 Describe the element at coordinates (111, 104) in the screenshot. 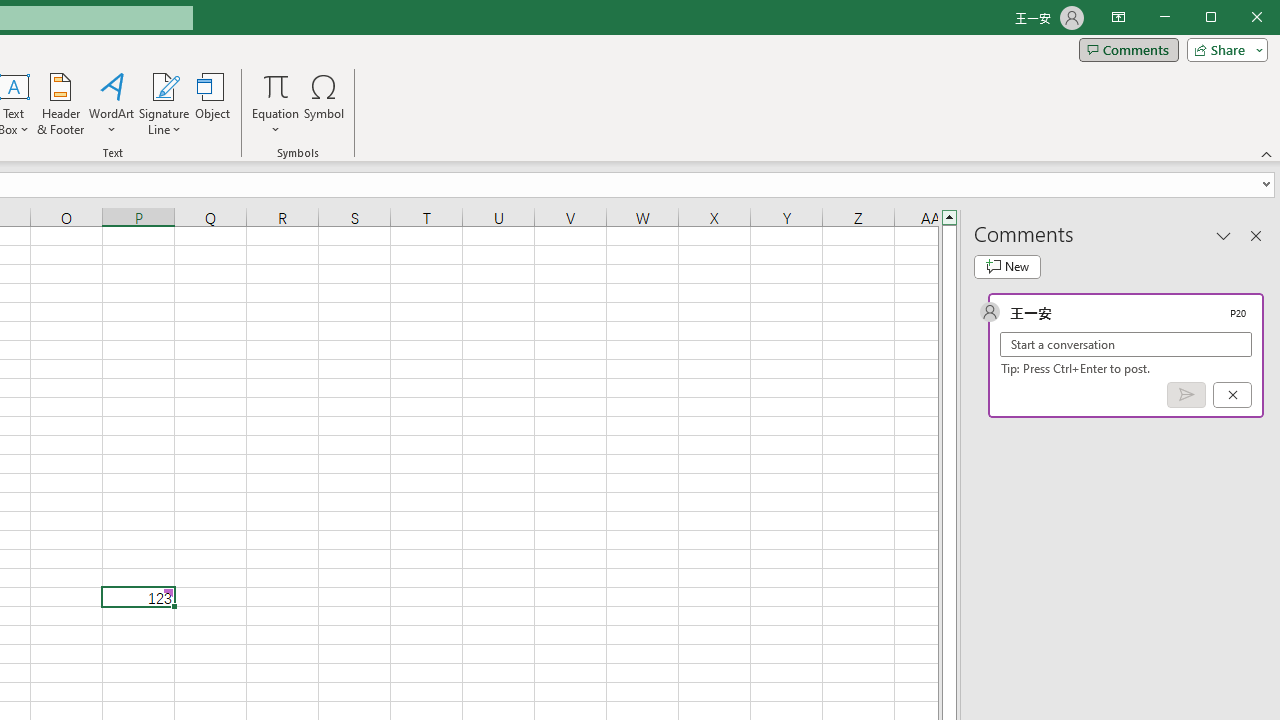

I see `'WordArt'` at that location.